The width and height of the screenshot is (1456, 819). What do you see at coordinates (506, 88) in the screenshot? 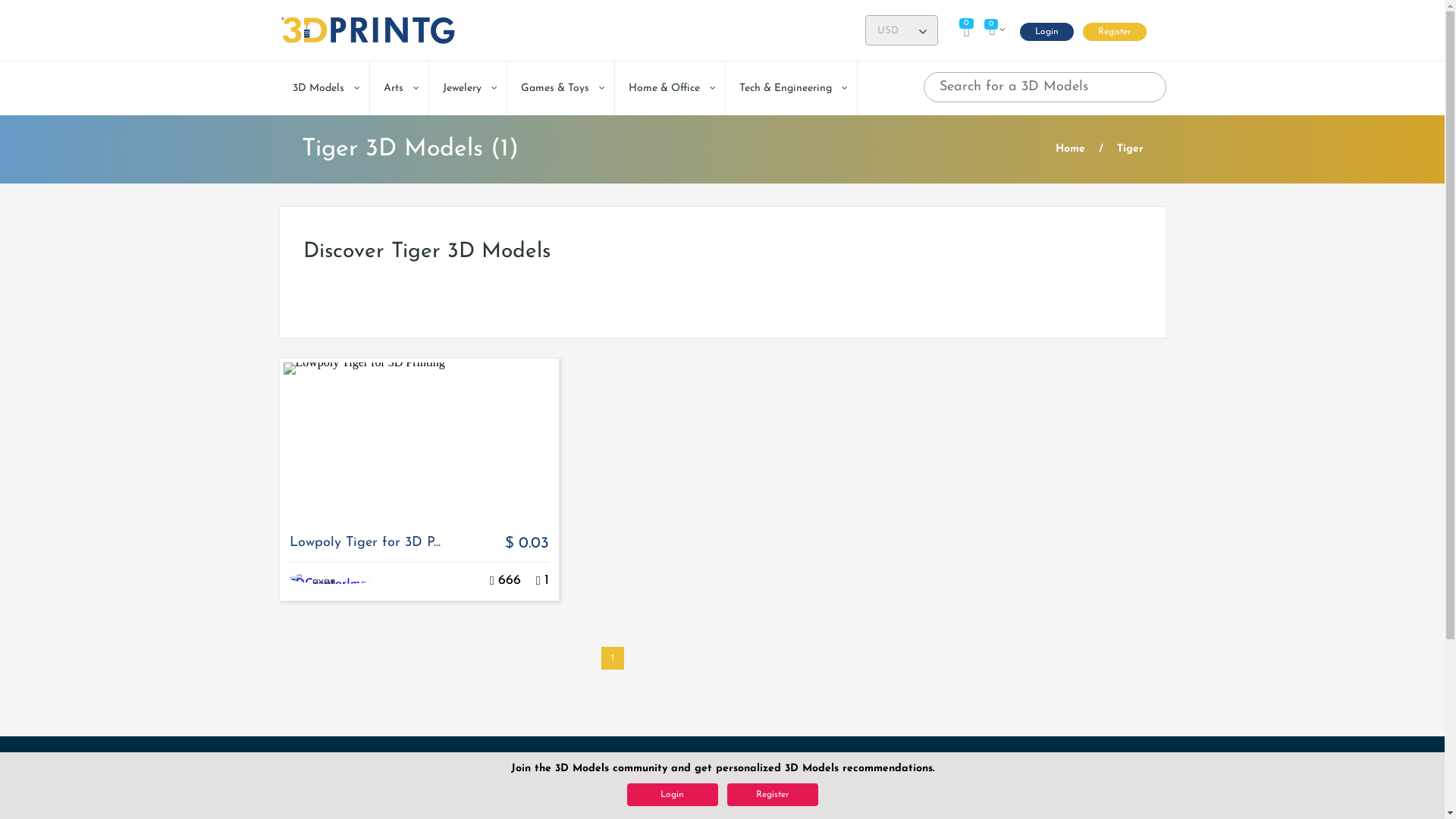
I see `'Games & Toys'` at bounding box center [506, 88].